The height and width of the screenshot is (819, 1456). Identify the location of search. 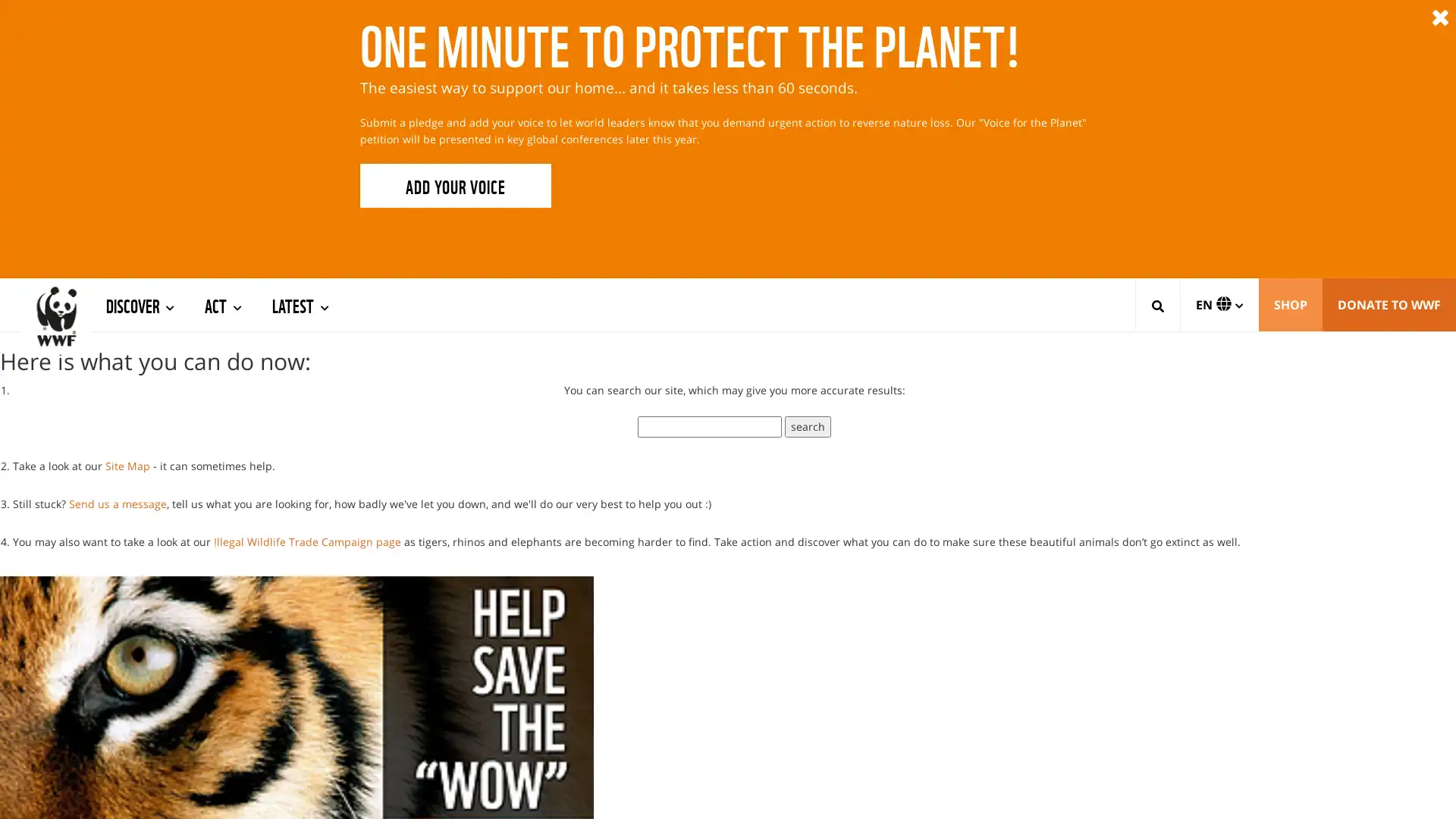
(807, 382).